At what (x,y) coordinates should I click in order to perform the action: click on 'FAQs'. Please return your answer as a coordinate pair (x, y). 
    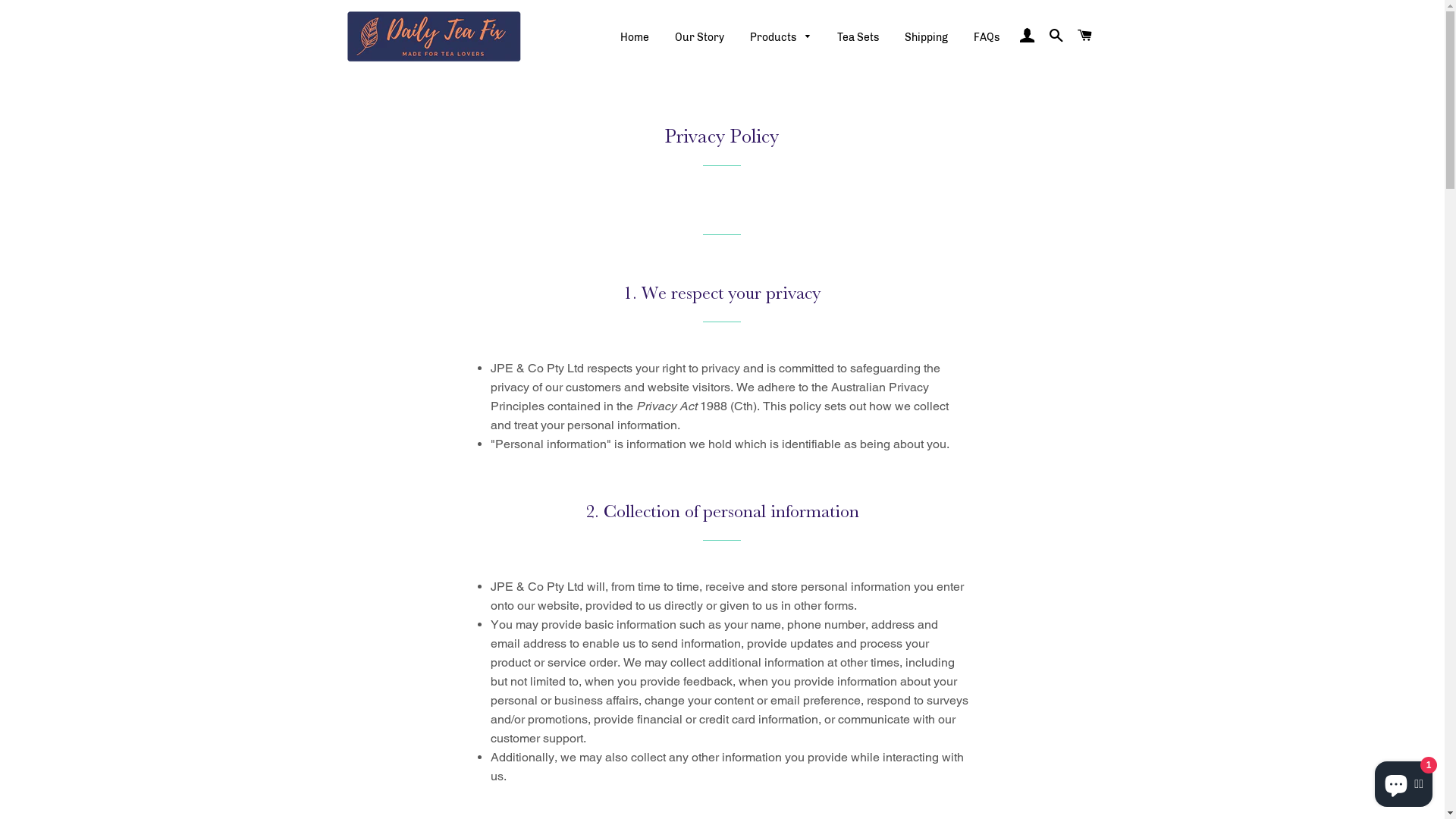
    Looking at the image, I should click on (986, 37).